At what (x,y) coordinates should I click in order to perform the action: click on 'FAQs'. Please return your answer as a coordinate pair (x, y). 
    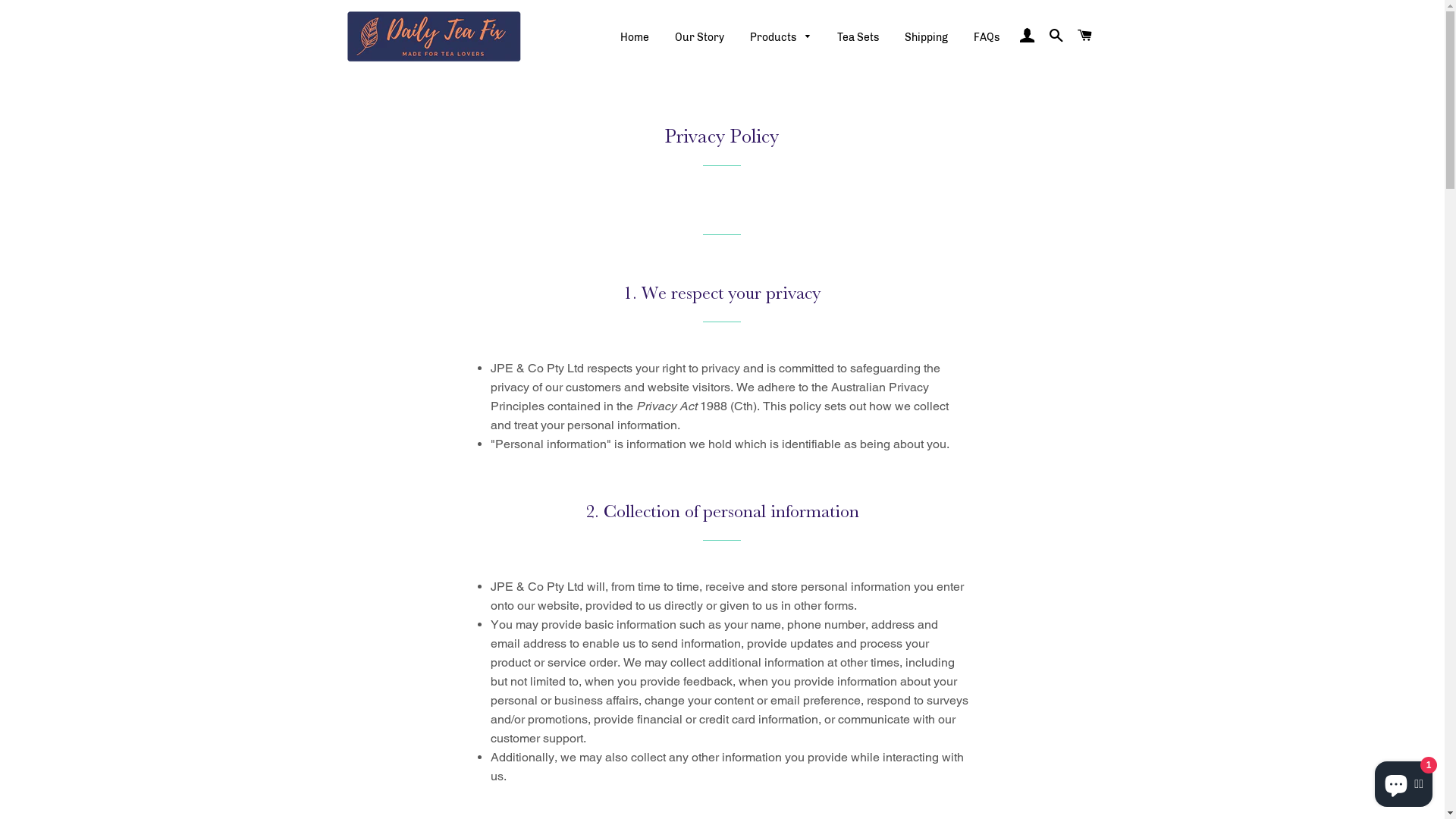
    Looking at the image, I should click on (986, 37).